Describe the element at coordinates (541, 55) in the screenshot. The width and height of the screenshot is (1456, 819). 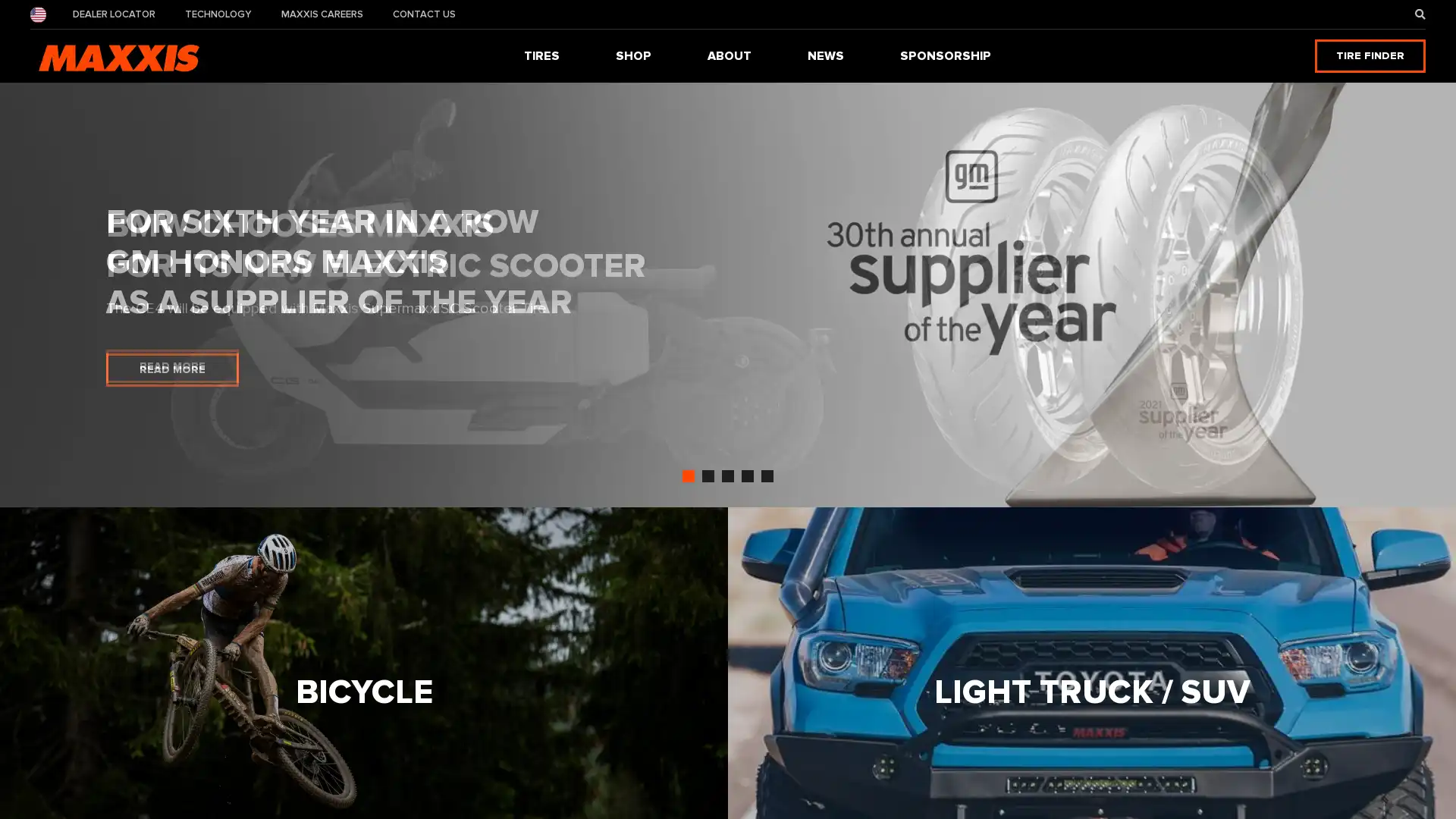
I see `TIRES` at that location.